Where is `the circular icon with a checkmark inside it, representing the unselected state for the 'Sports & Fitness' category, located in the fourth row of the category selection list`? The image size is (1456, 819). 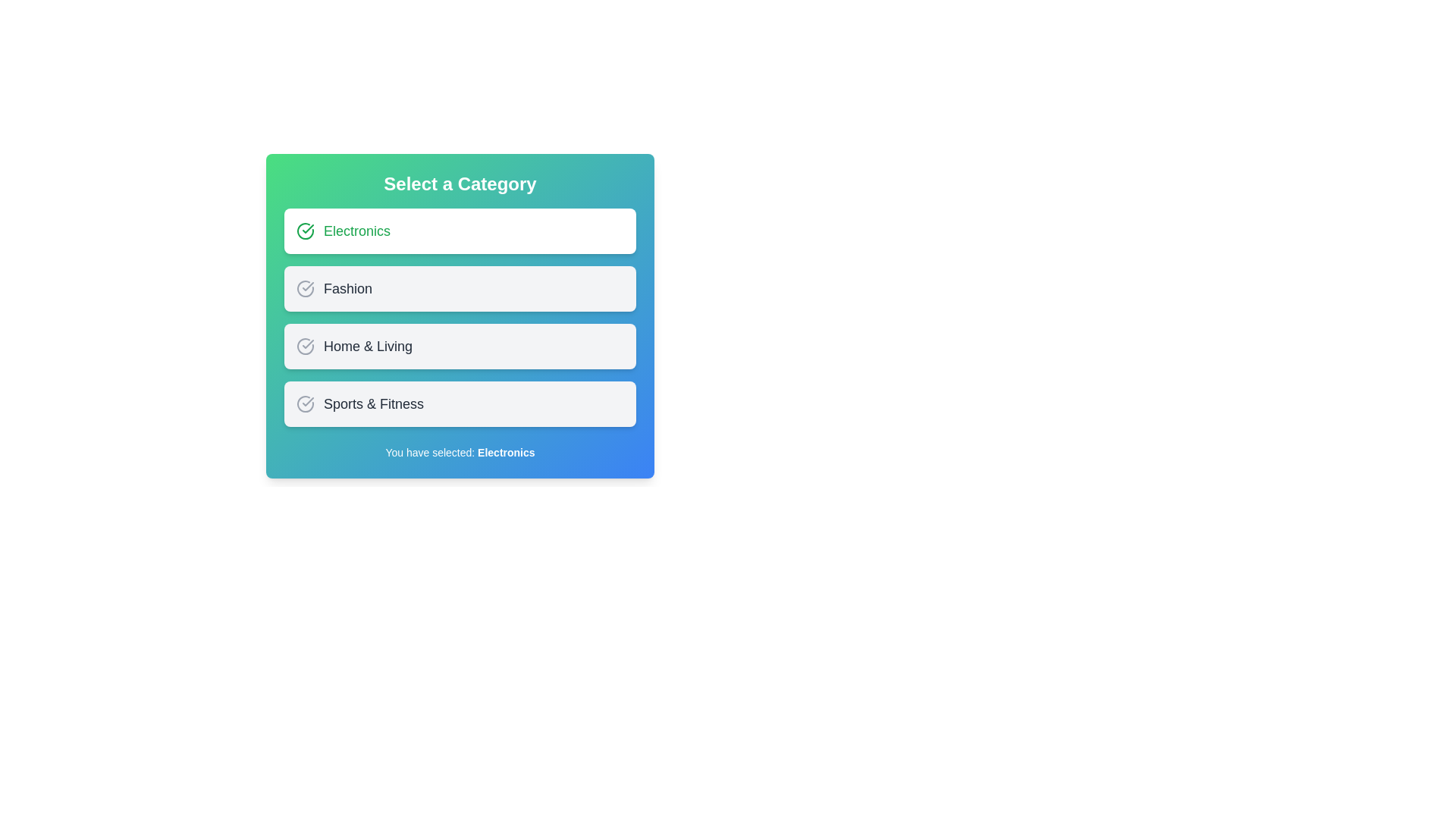 the circular icon with a checkmark inside it, representing the unselected state for the 'Sports & Fitness' category, located in the fourth row of the category selection list is located at coordinates (305, 403).